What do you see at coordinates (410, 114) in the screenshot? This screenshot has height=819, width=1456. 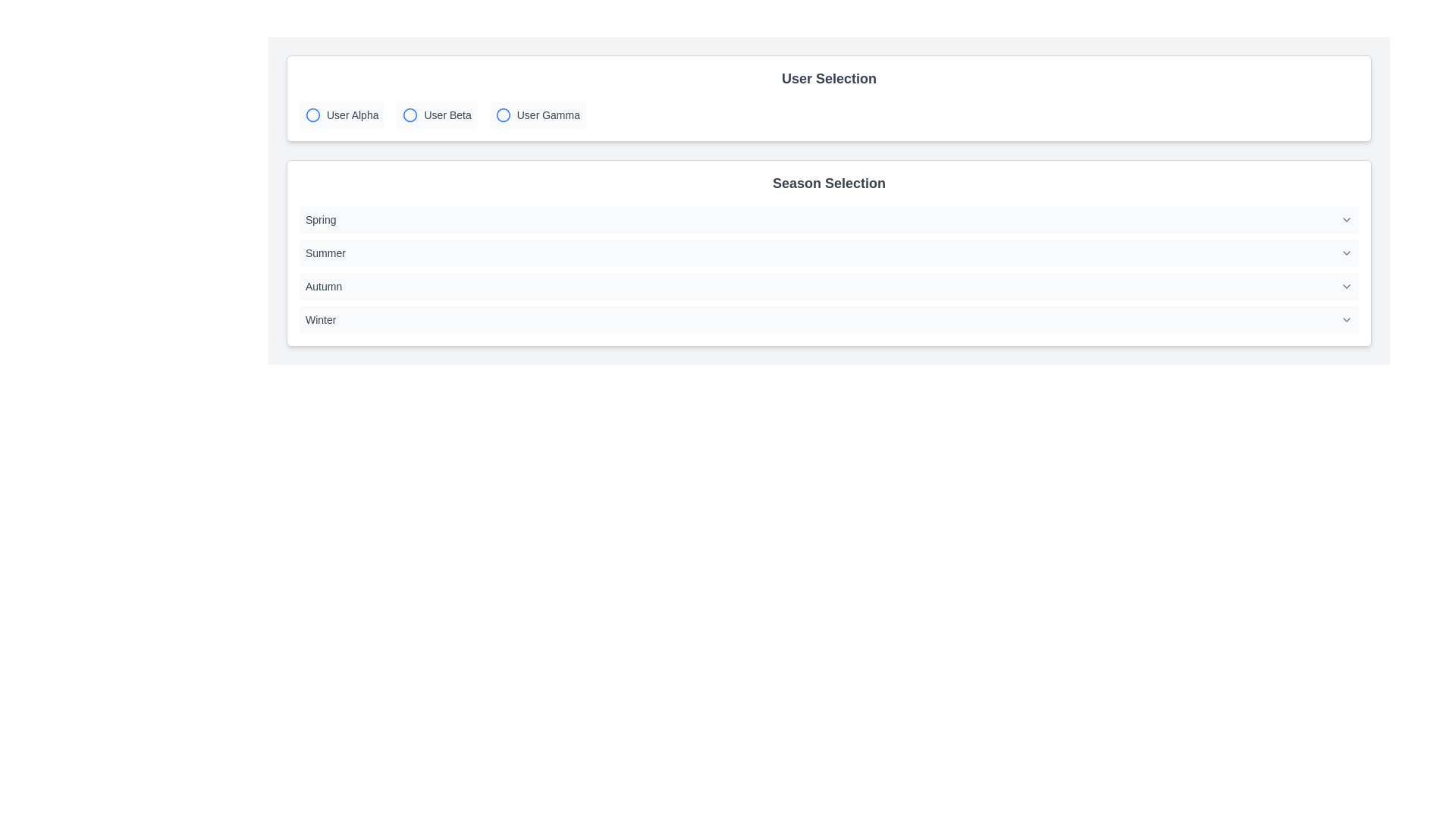 I see `the second radio button` at bounding box center [410, 114].